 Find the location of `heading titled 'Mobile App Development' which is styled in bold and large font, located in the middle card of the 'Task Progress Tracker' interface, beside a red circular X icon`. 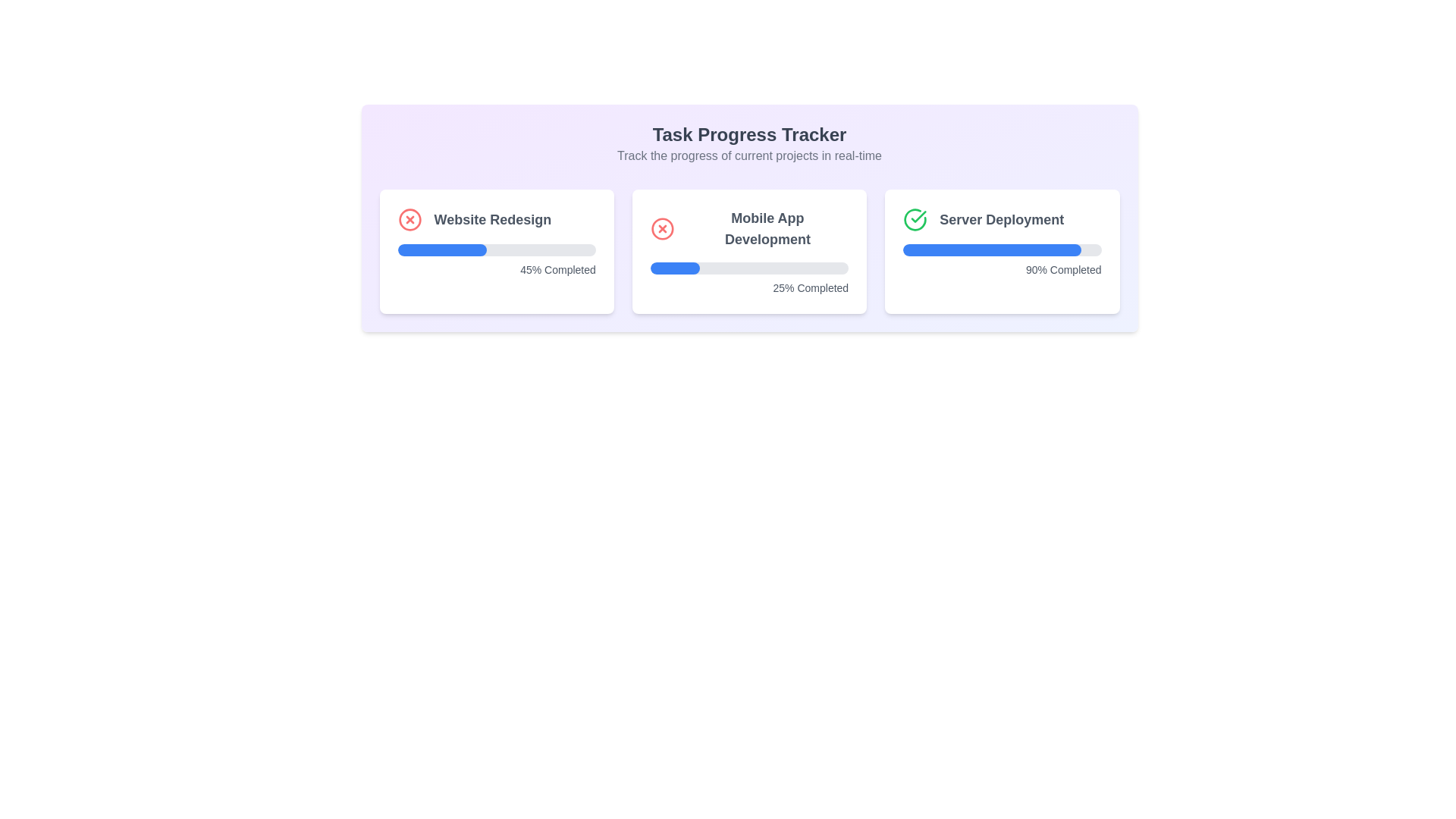

heading titled 'Mobile App Development' which is styled in bold and large font, located in the middle card of the 'Task Progress Tracker' interface, beside a red circular X icon is located at coordinates (749, 228).